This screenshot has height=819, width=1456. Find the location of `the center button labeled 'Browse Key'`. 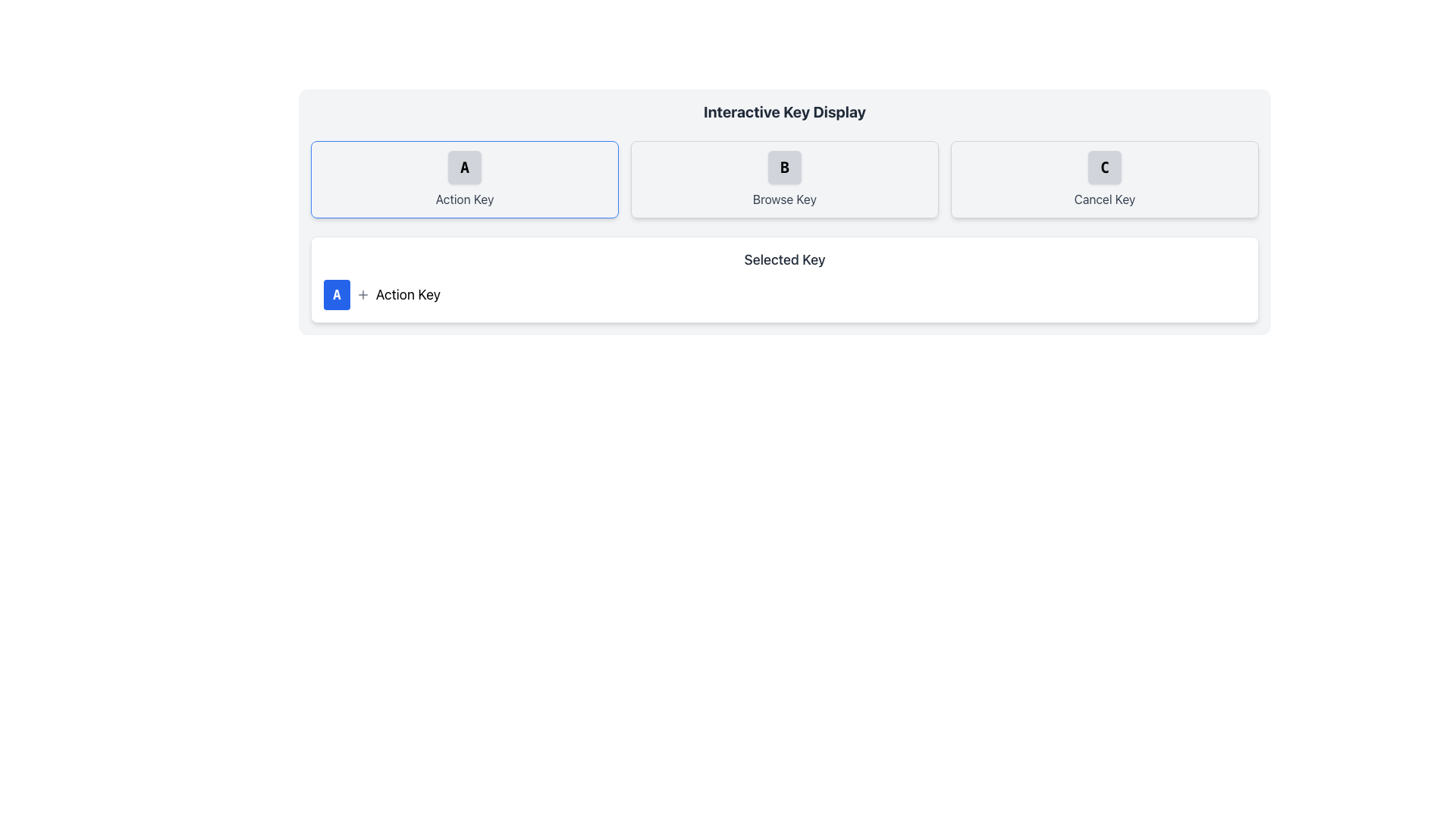

the center button labeled 'Browse Key' is located at coordinates (785, 178).